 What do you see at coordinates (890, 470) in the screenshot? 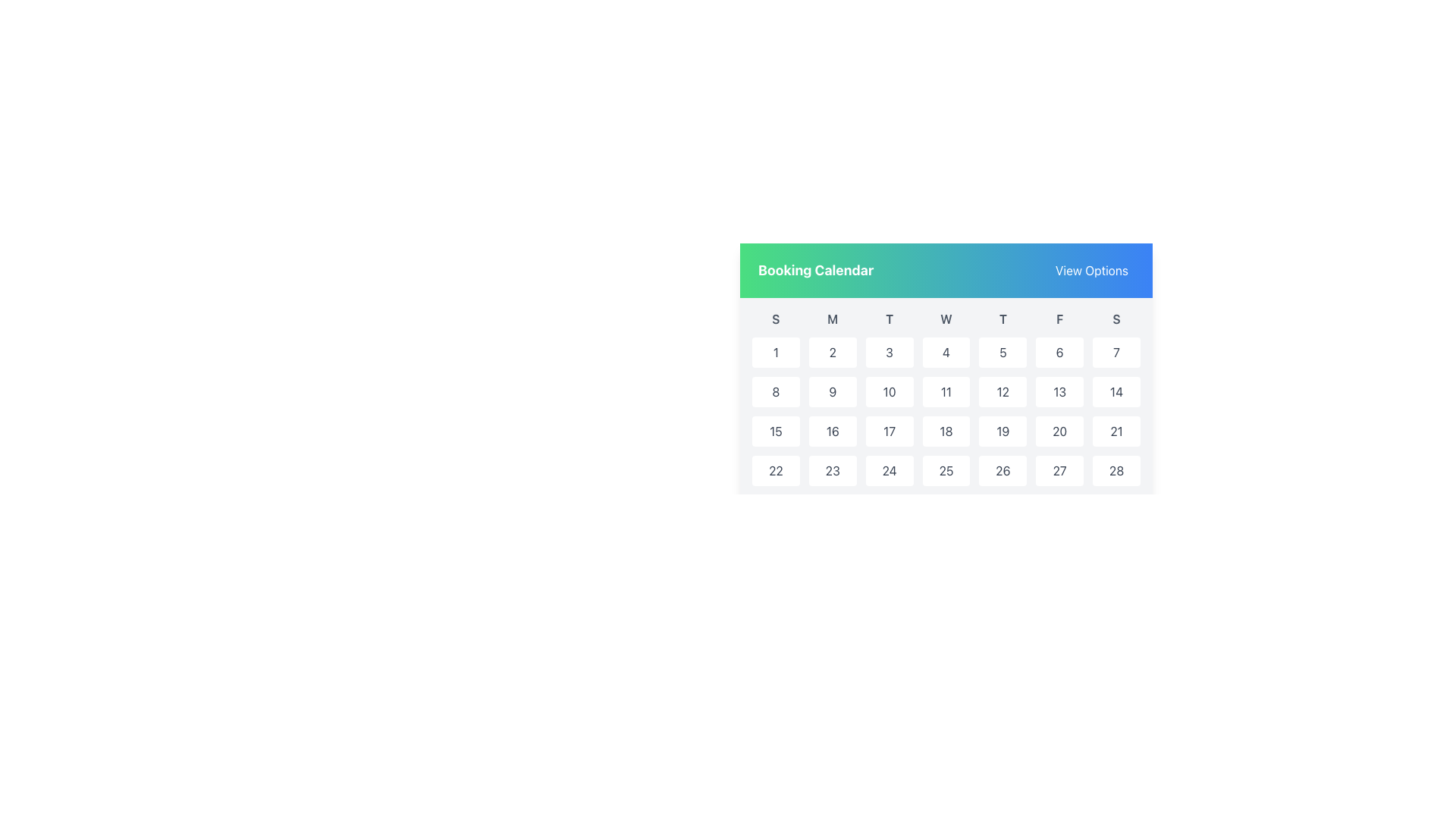
I see `on the text element displaying the date '24' within the fourth row and fourth column of the calendar grid for advanced options` at bounding box center [890, 470].